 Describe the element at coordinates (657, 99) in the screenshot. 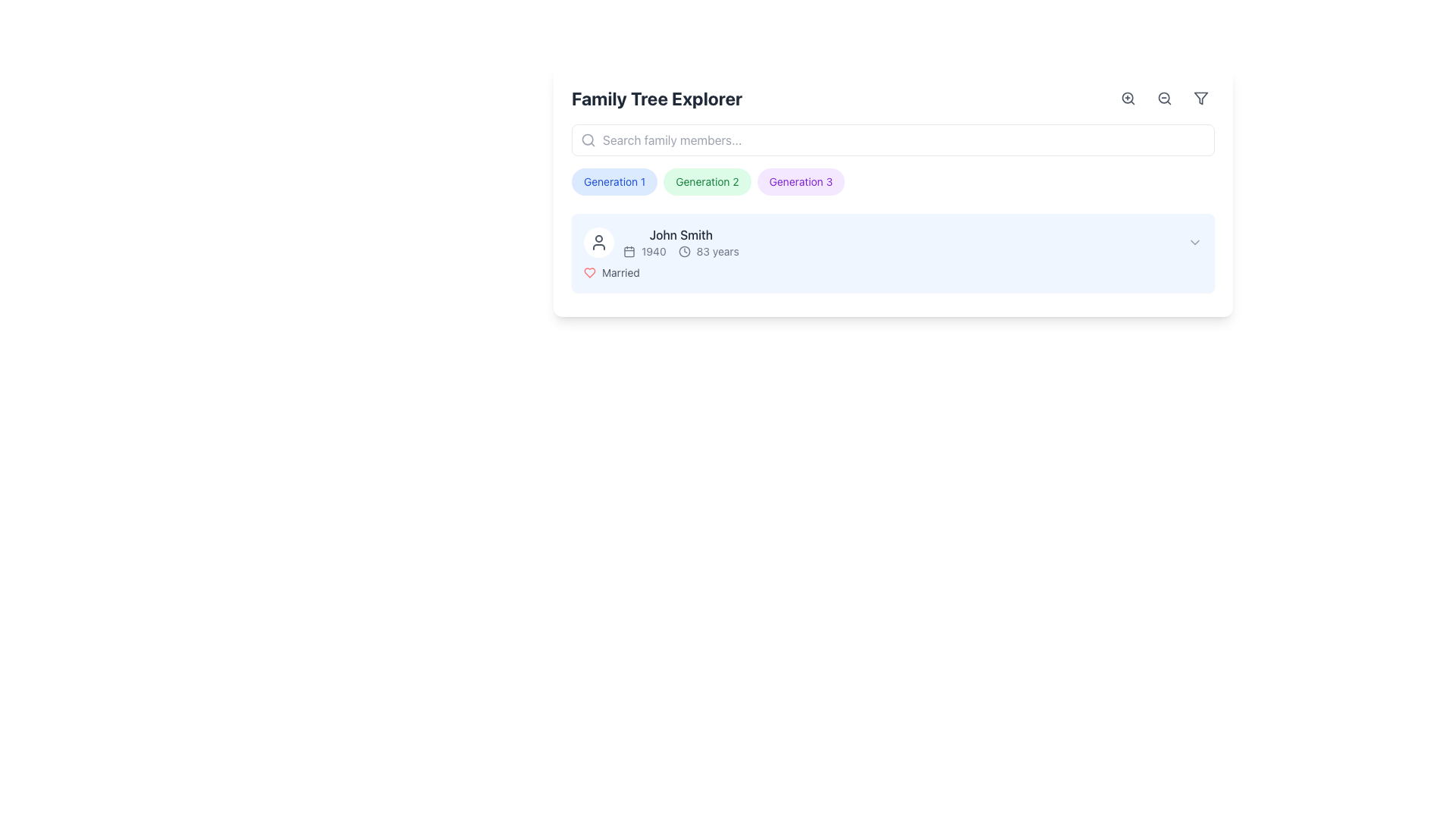

I see `the 'Family Tree Explorer' text label, which is styled in bold, large font with dark gray coloring and serves as the header for the section` at that location.